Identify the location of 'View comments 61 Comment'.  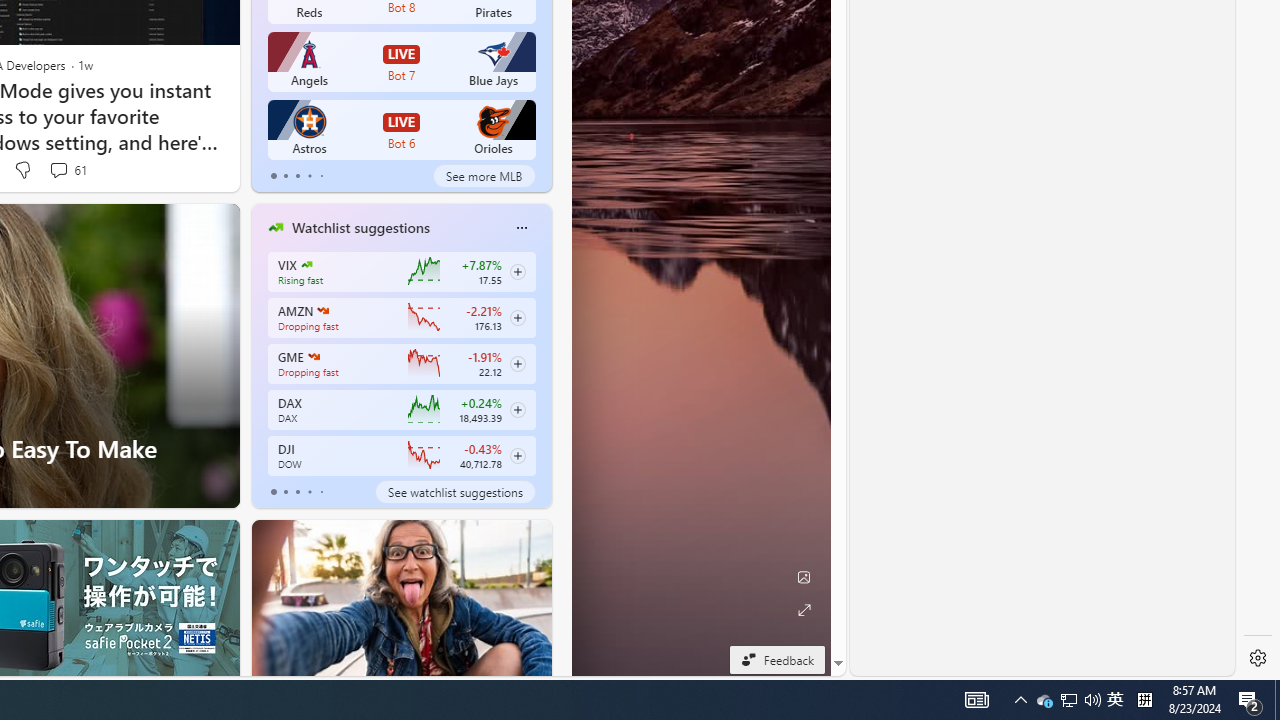
(67, 169).